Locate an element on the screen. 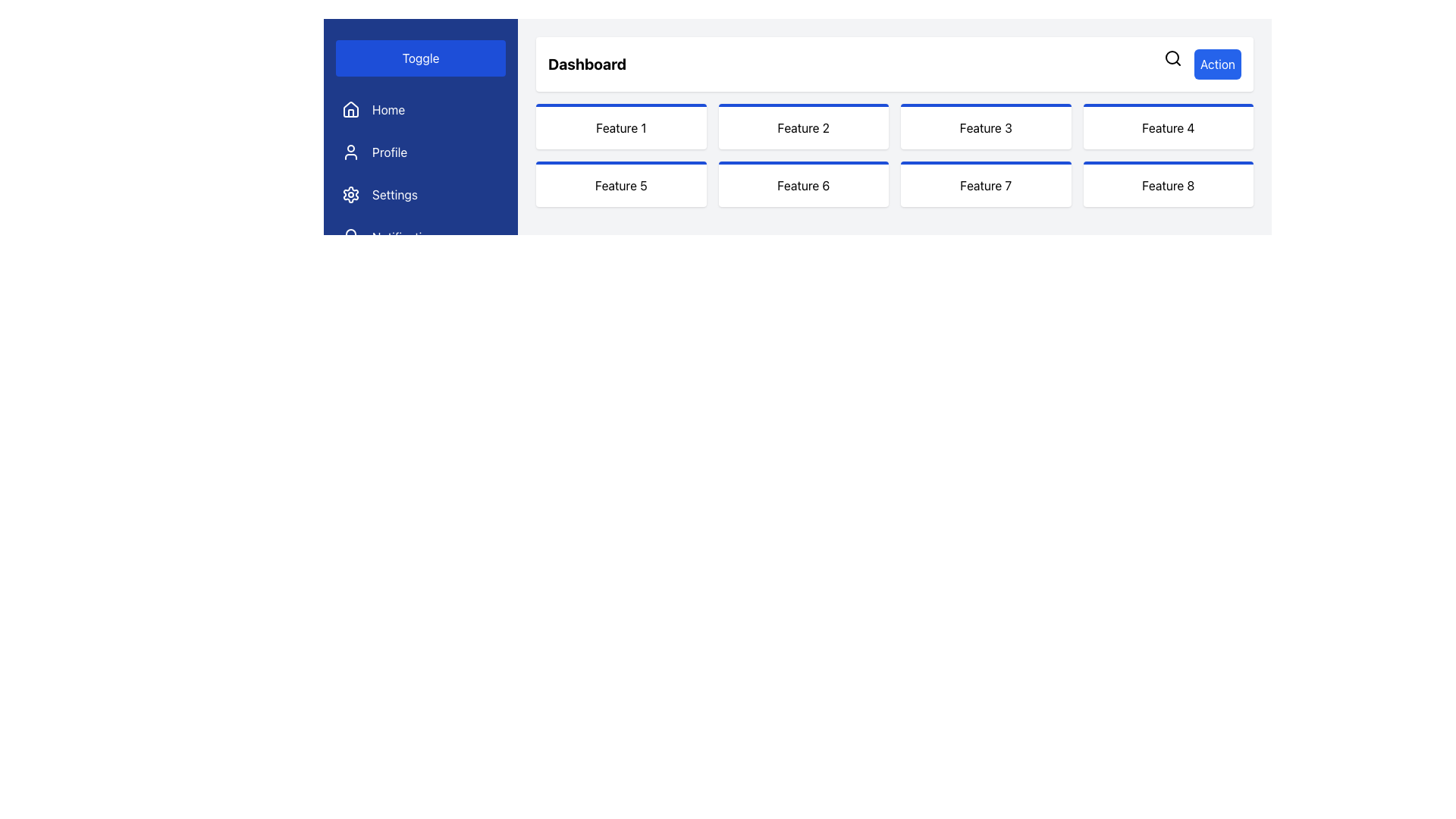  the 'Profile' text label in the vertical navigation sidebar is located at coordinates (390, 152).